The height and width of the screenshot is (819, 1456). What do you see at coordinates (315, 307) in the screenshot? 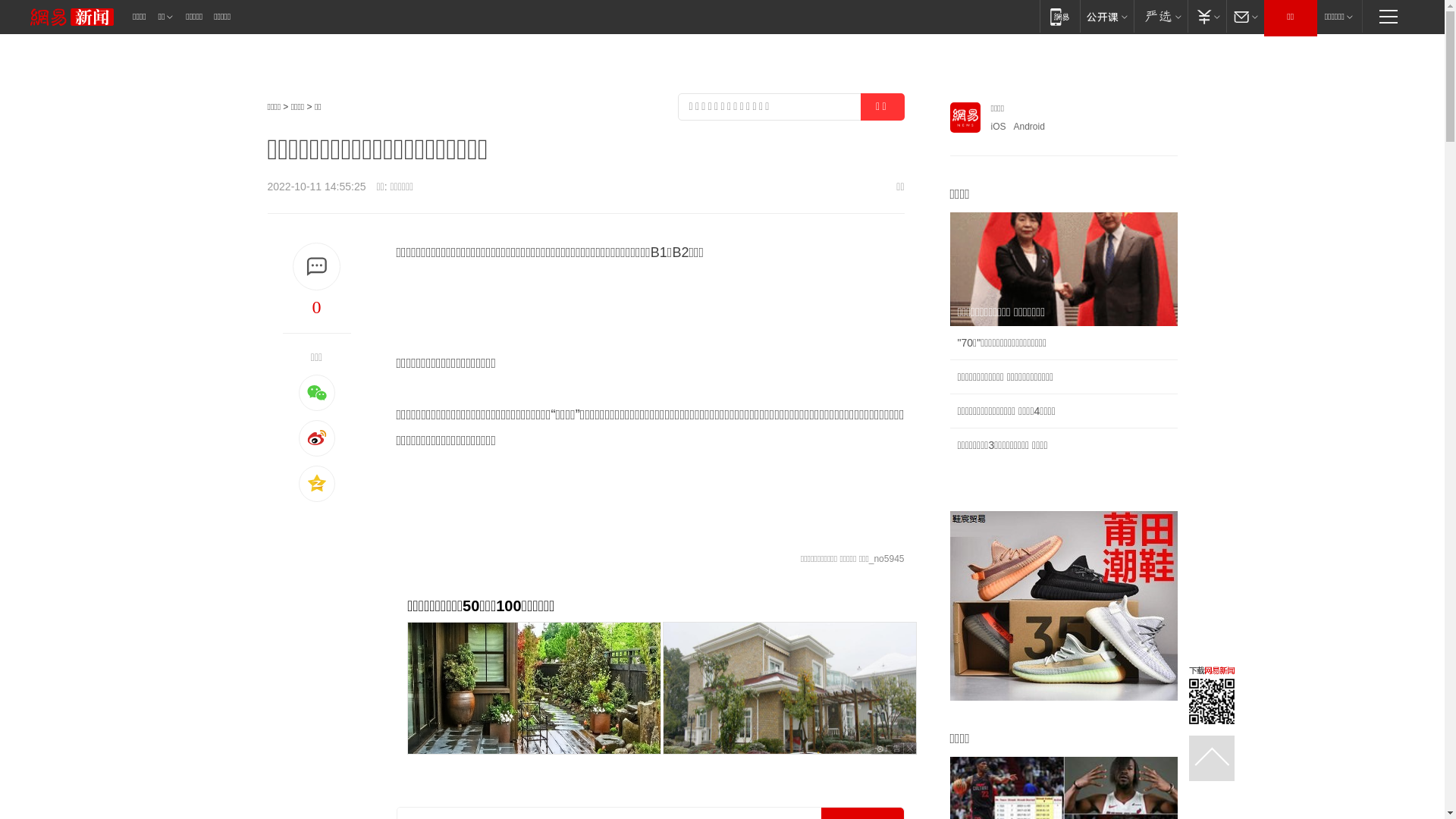
I see `'0'` at bounding box center [315, 307].